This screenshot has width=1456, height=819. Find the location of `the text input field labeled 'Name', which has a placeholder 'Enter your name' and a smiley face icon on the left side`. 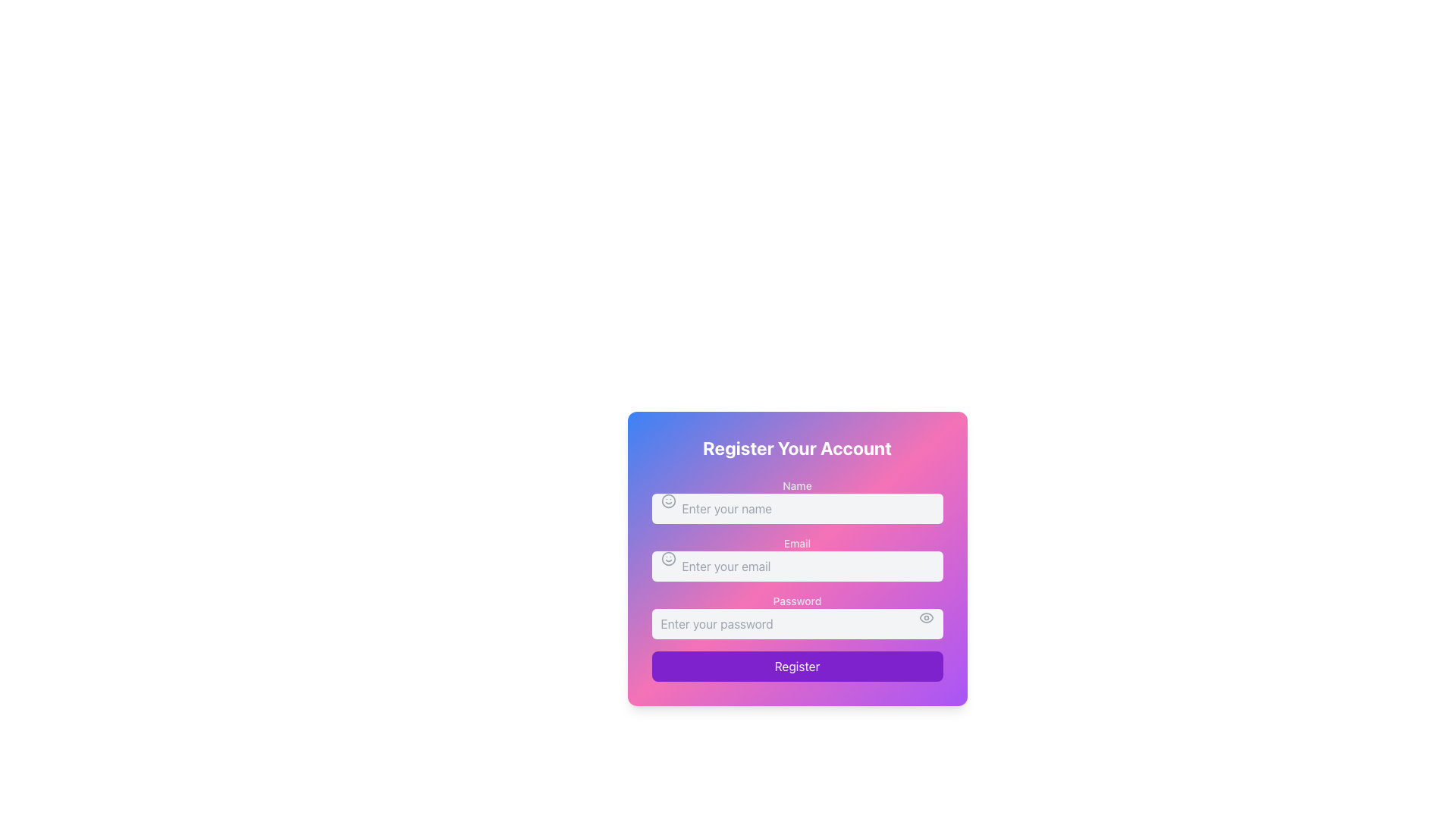

the text input field labeled 'Name', which has a placeholder 'Enter your name' and a smiley face icon on the left side is located at coordinates (796, 500).